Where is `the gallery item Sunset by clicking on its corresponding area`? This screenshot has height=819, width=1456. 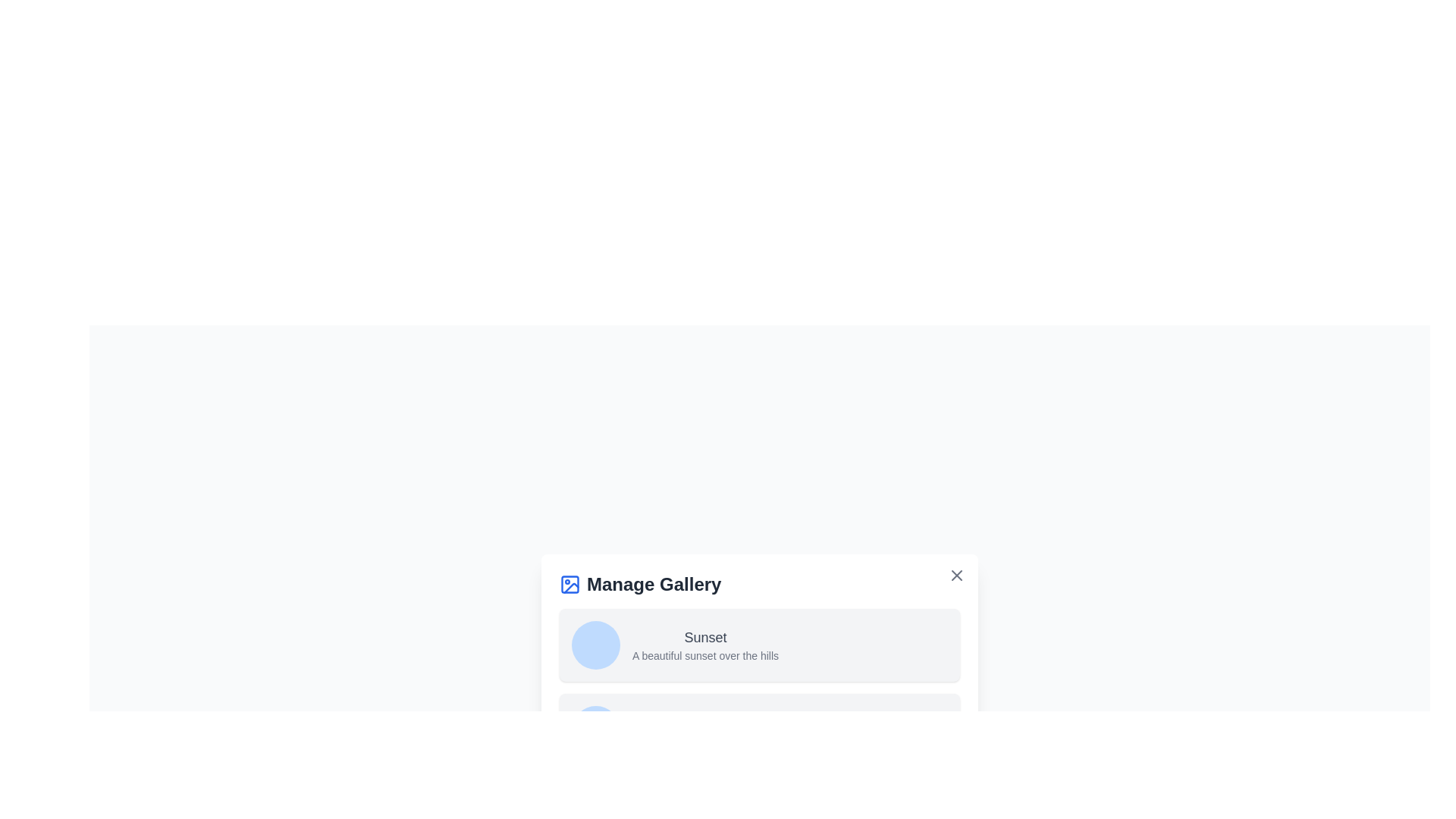
the gallery item Sunset by clicking on its corresponding area is located at coordinates (704, 645).